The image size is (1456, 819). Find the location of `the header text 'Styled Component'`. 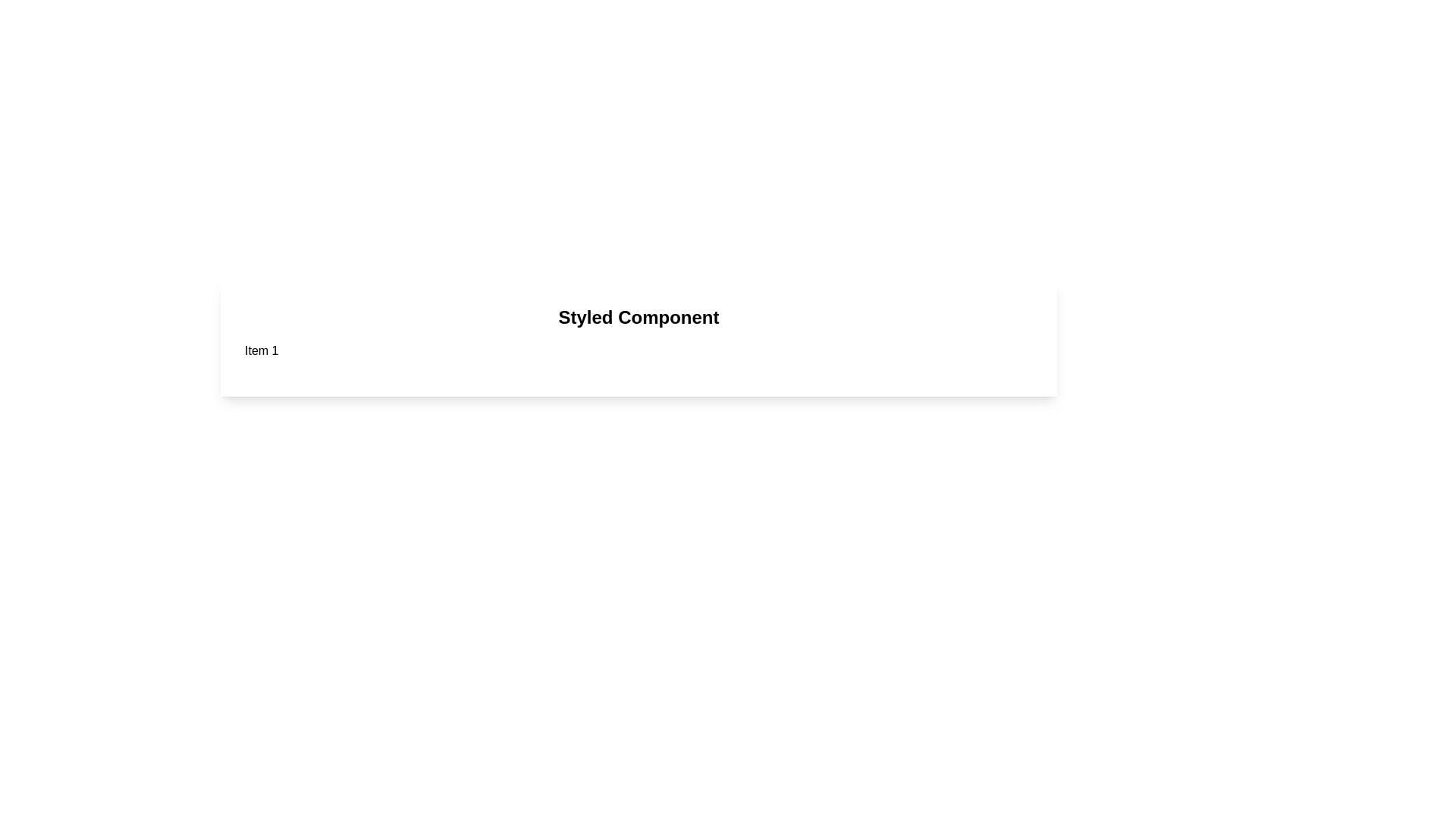

the header text 'Styled Component' is located at coordinates (639, 317).